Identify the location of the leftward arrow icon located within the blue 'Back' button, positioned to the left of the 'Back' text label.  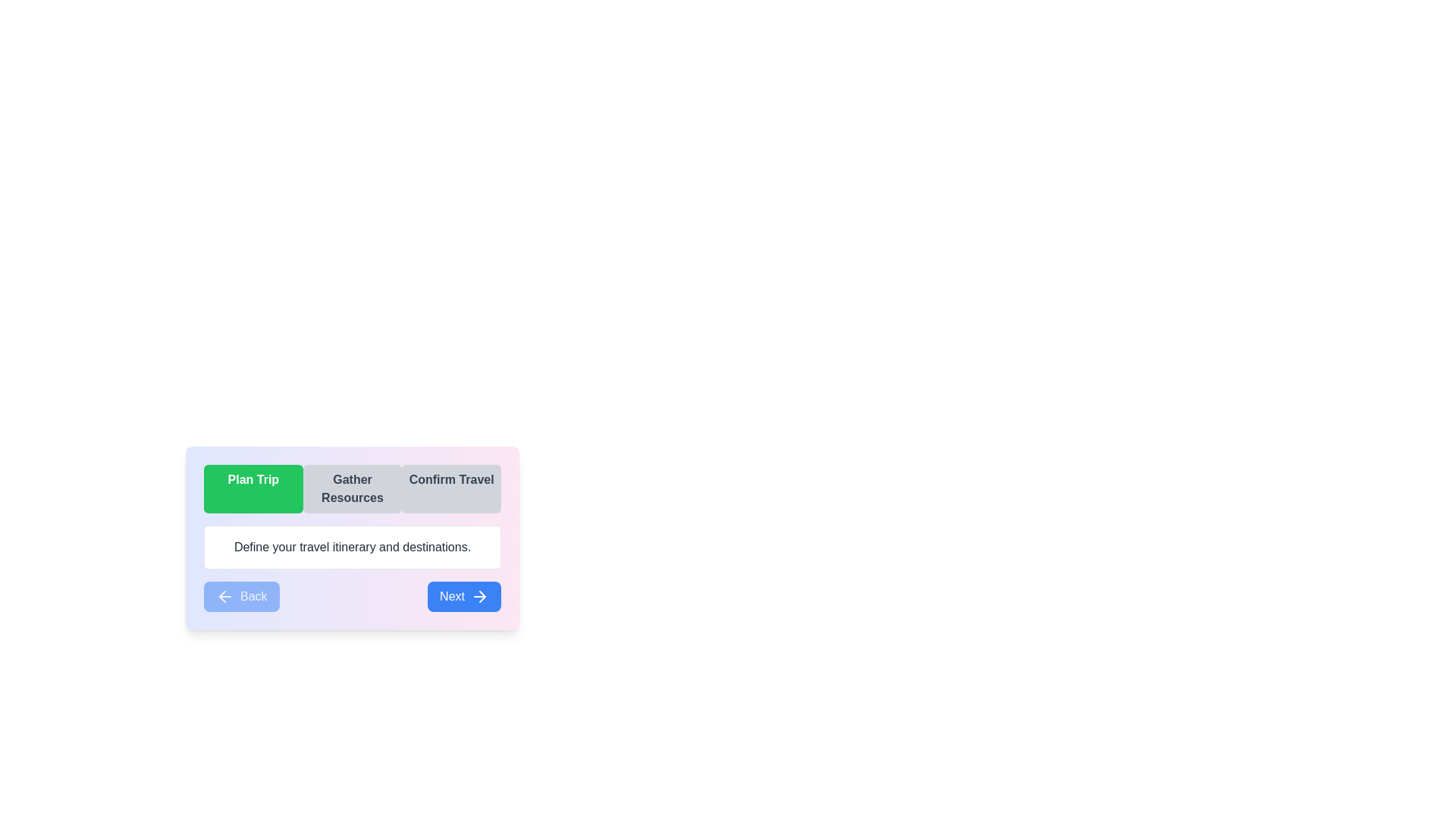
(224, 595).